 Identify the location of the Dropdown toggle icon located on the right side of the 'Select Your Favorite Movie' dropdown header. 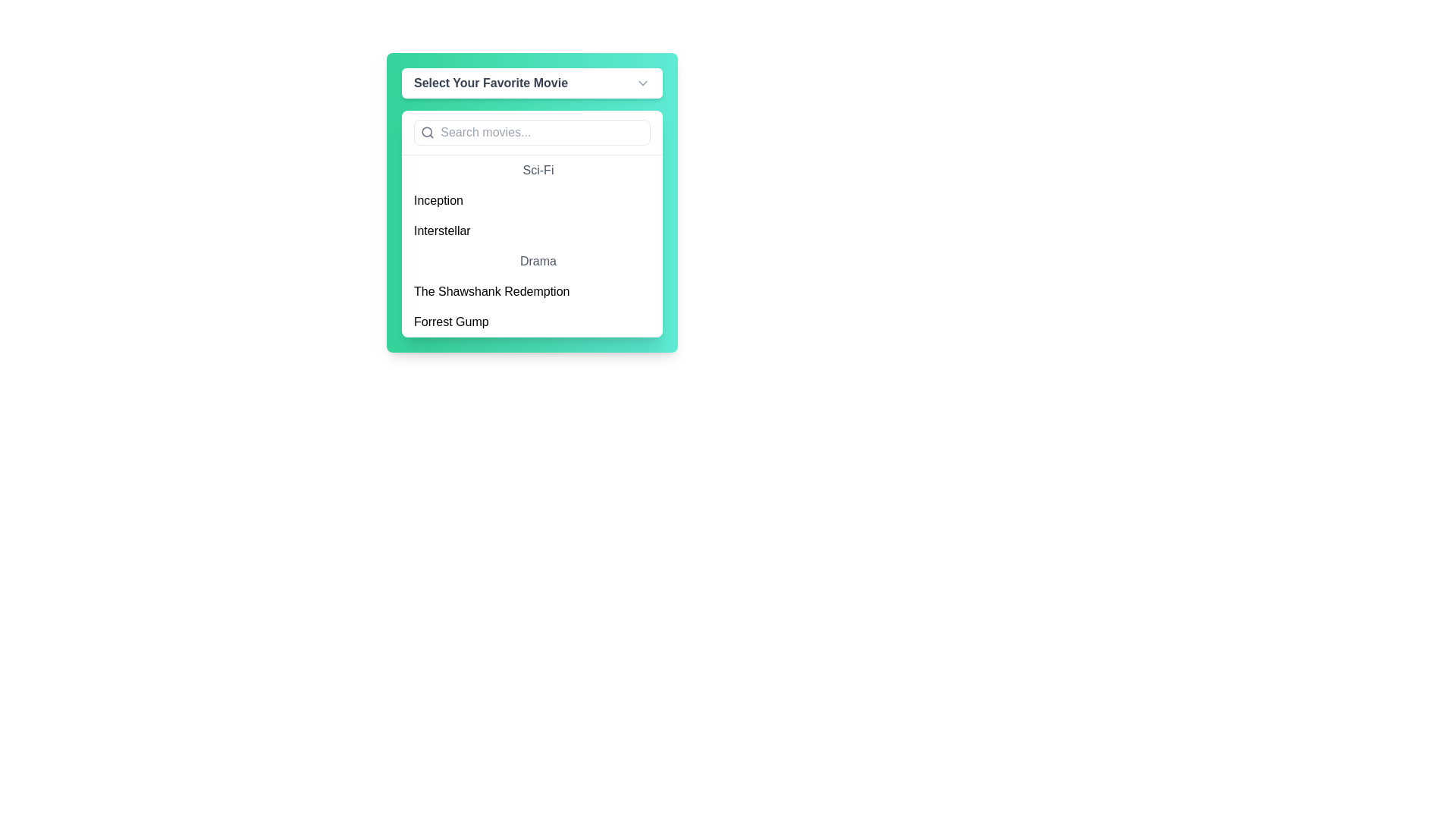
(643, 83).